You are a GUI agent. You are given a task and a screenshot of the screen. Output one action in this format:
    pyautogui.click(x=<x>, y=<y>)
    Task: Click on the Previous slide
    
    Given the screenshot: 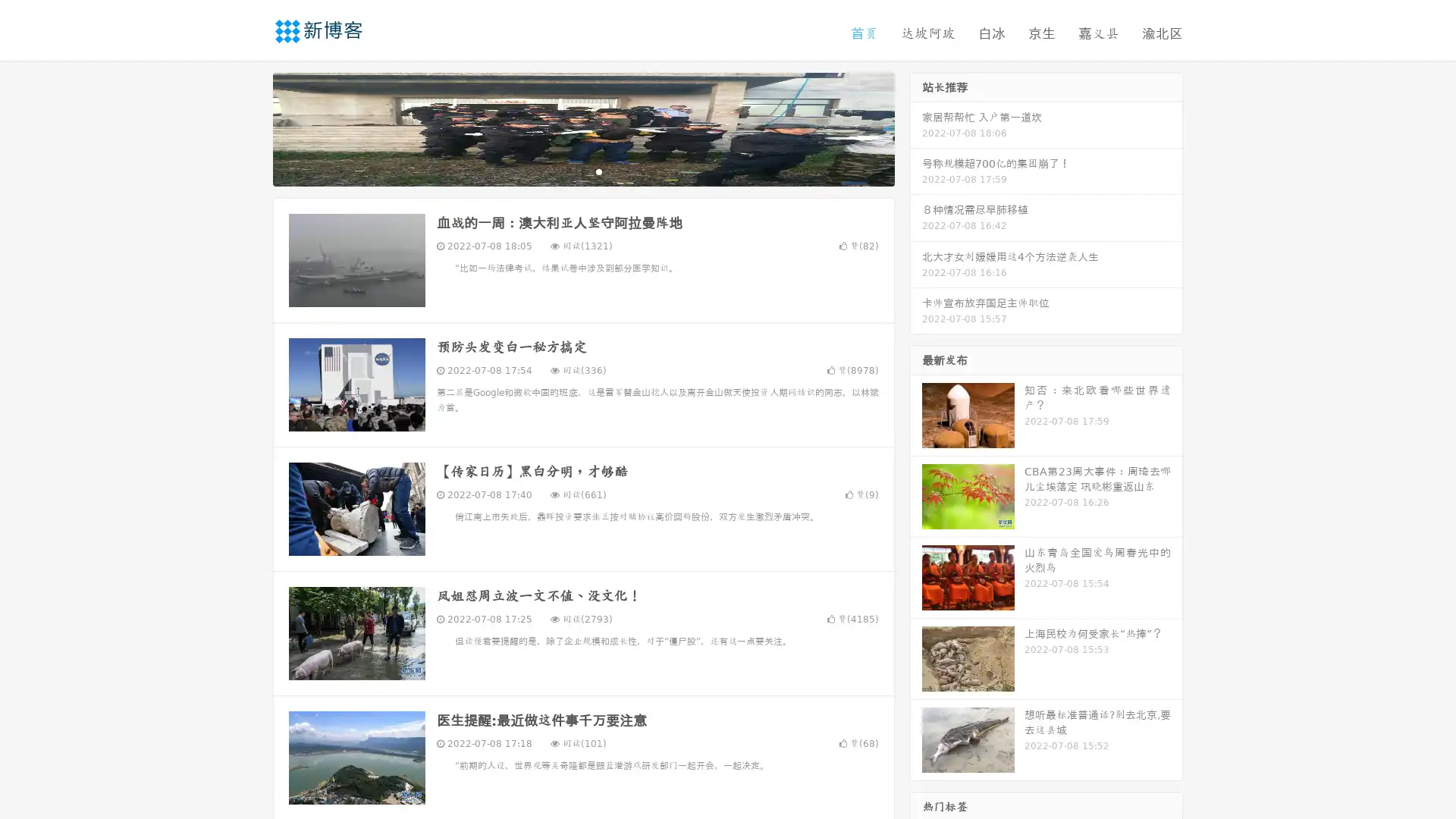 What is the action you would take?
    pyautogui.click(x=250, y=127)
    